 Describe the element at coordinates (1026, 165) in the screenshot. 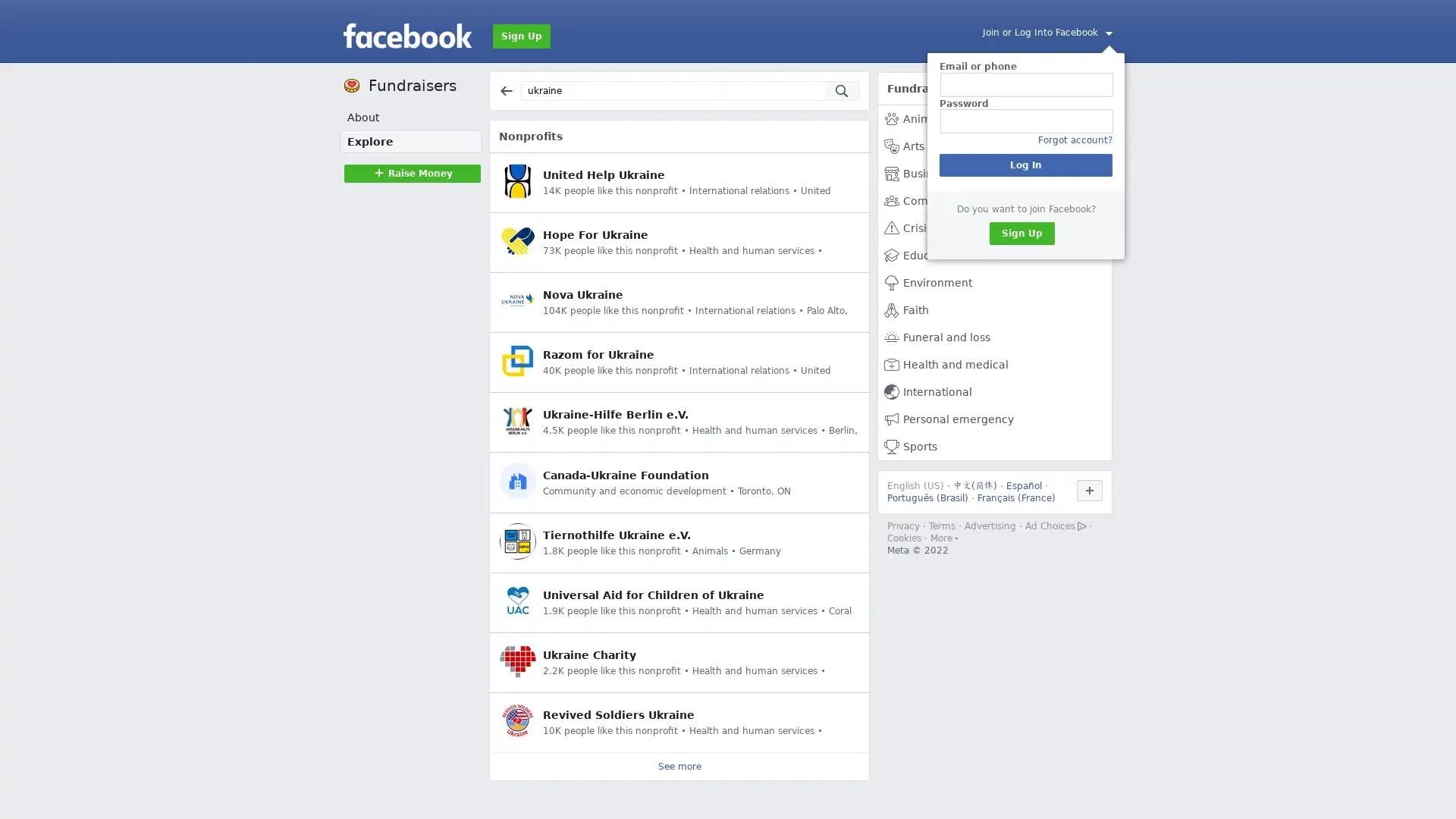

I see `Log In` at that location.